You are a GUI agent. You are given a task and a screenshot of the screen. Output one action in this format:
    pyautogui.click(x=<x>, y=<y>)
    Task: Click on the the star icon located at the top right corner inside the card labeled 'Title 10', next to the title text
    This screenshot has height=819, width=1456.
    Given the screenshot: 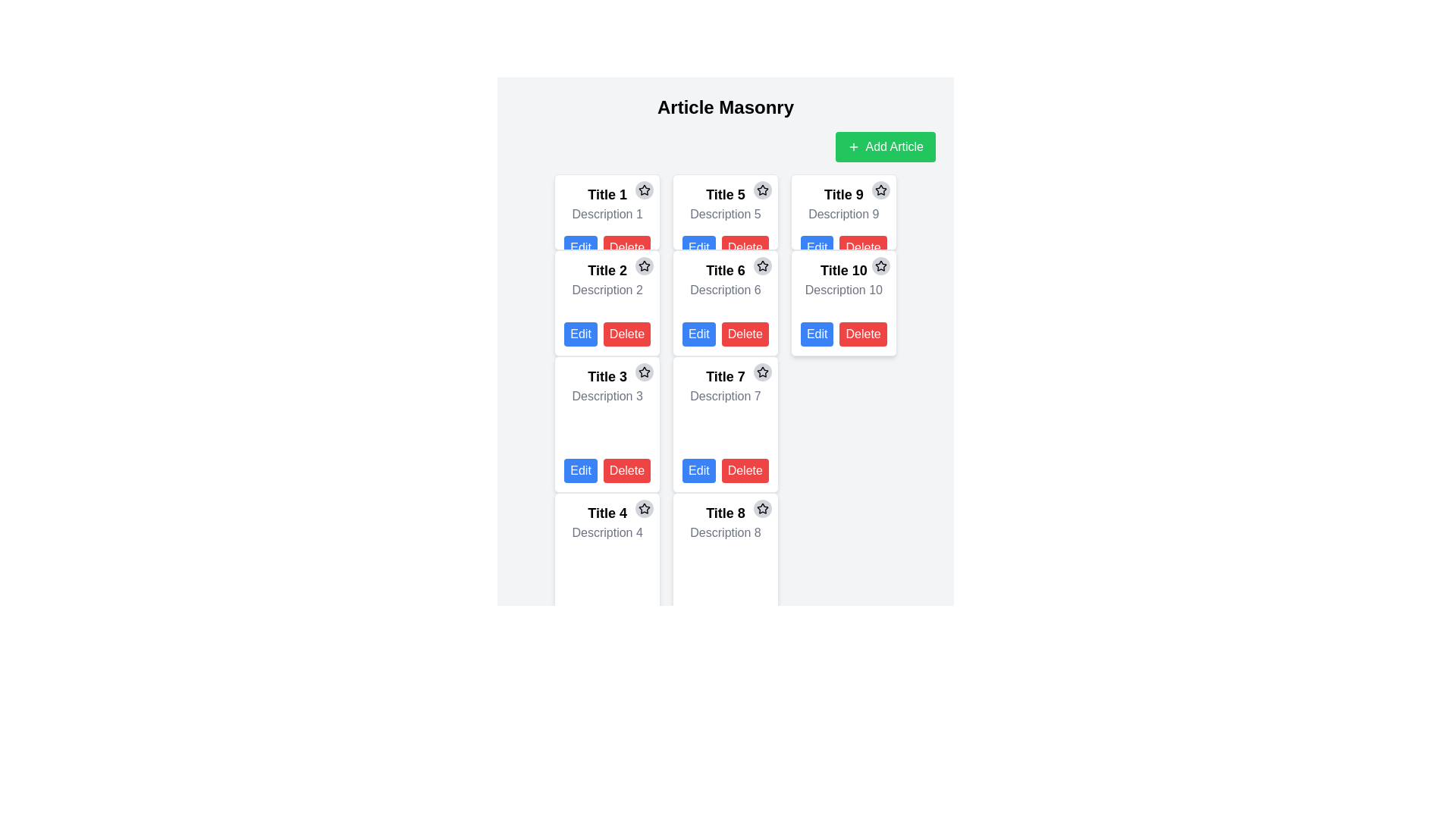 What is the action you would take?
    pyautogui.click(x=880, y=265)
    